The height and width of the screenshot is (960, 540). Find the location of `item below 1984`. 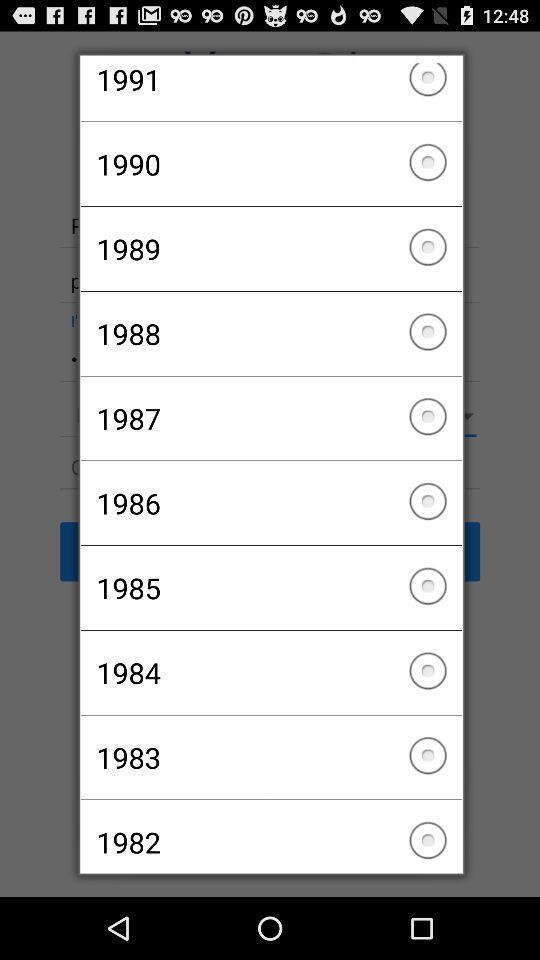

item below 1984 is located at coordinates (270, 756).